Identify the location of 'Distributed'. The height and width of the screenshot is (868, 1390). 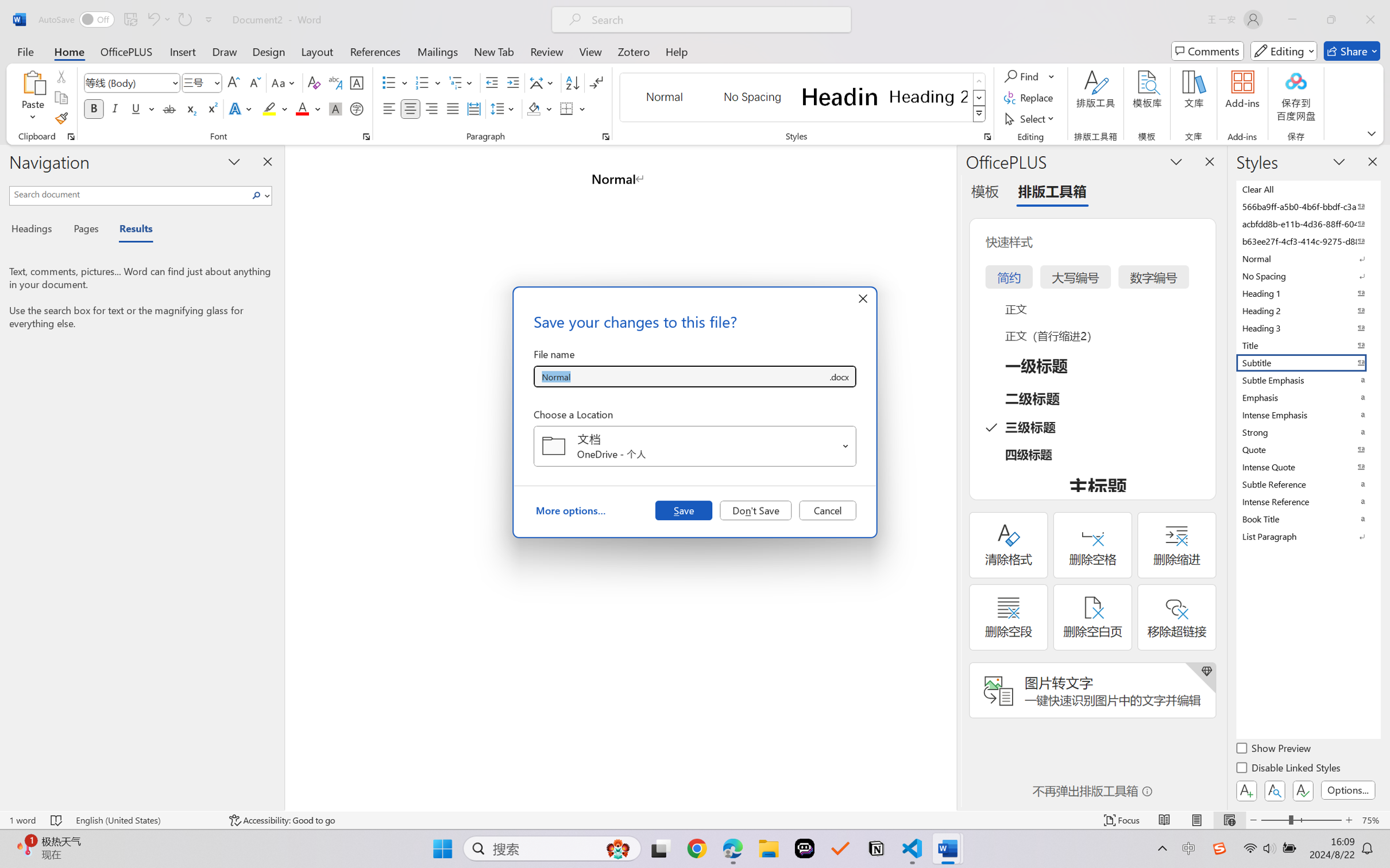
(473, 108).